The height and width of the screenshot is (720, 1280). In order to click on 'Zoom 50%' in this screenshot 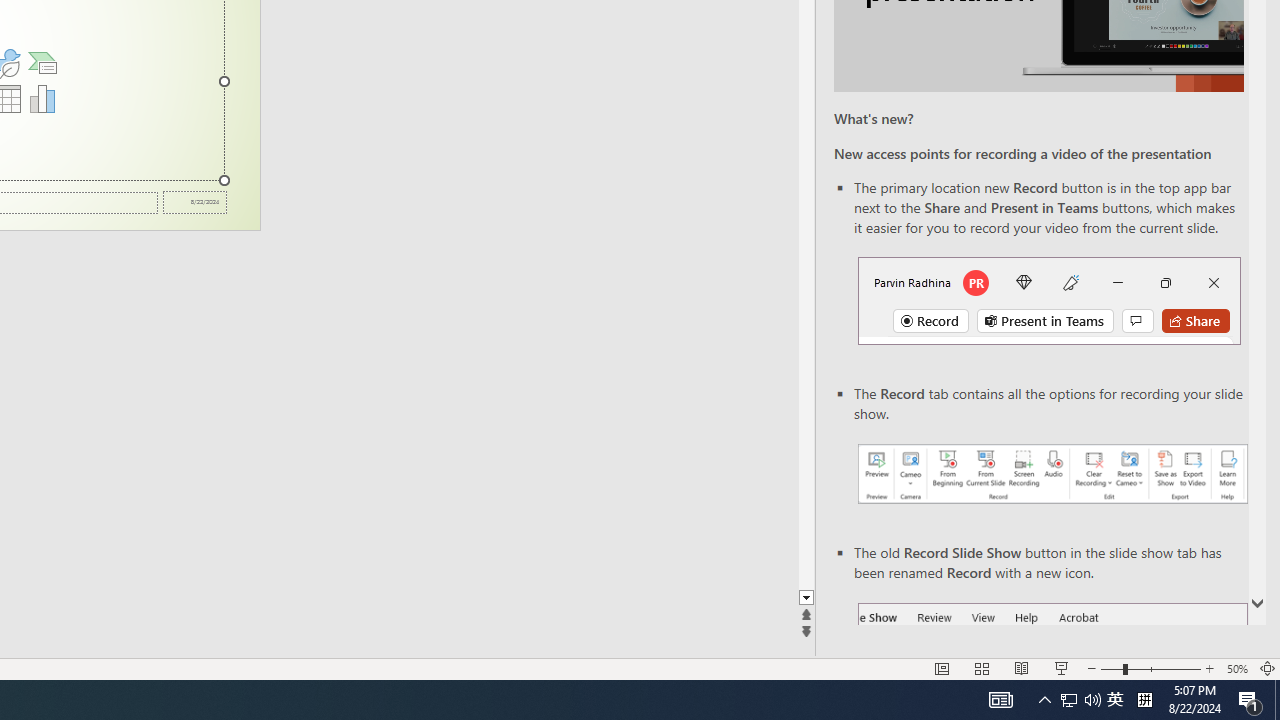, I will do `click(1236, 669)`.